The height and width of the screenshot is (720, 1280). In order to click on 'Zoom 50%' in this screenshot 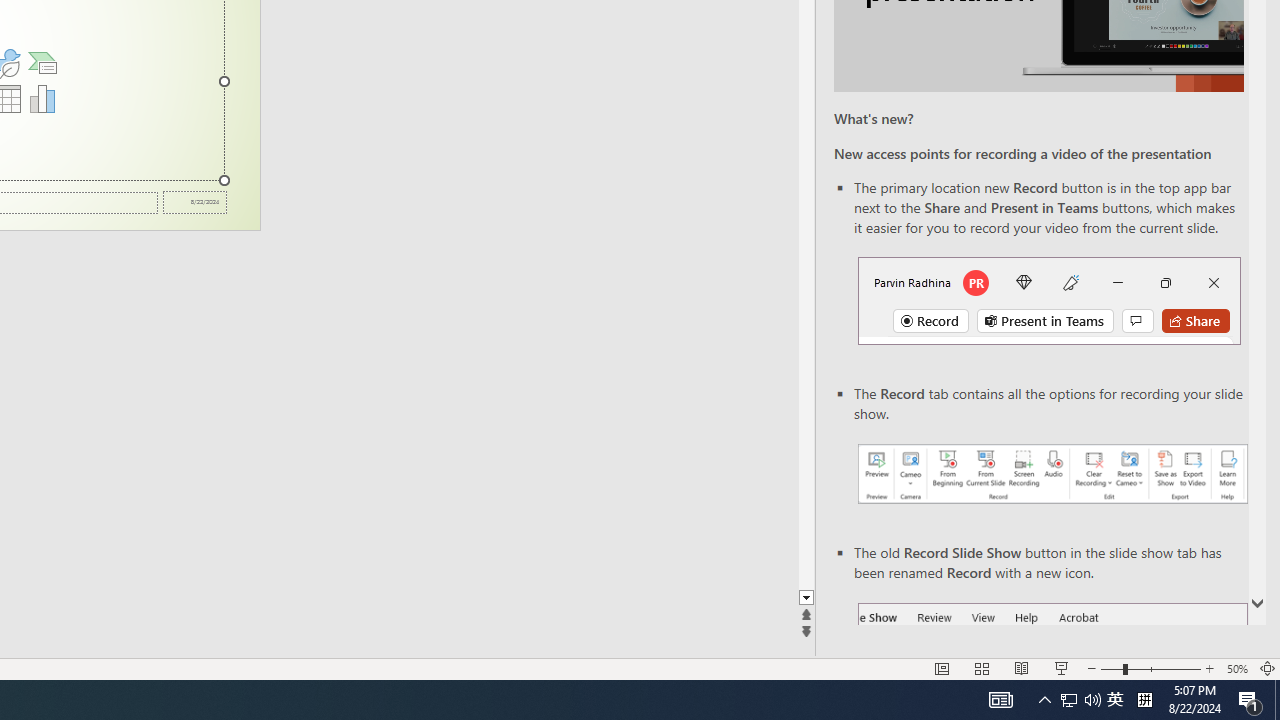, I will do `click(1236, 669)`.